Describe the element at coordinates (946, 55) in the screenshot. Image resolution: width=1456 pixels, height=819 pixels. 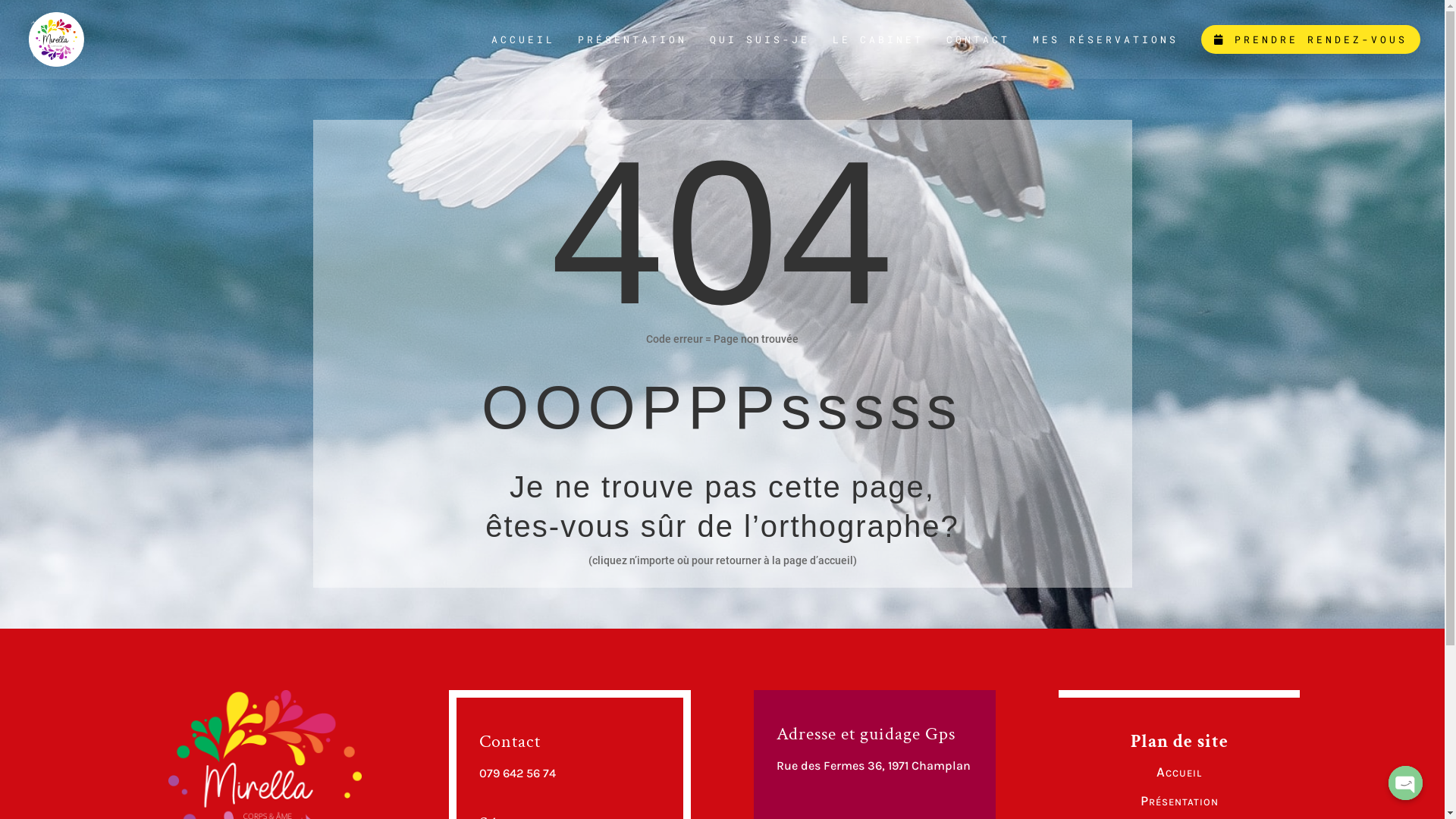
I see `'CONTACT'` at that location.